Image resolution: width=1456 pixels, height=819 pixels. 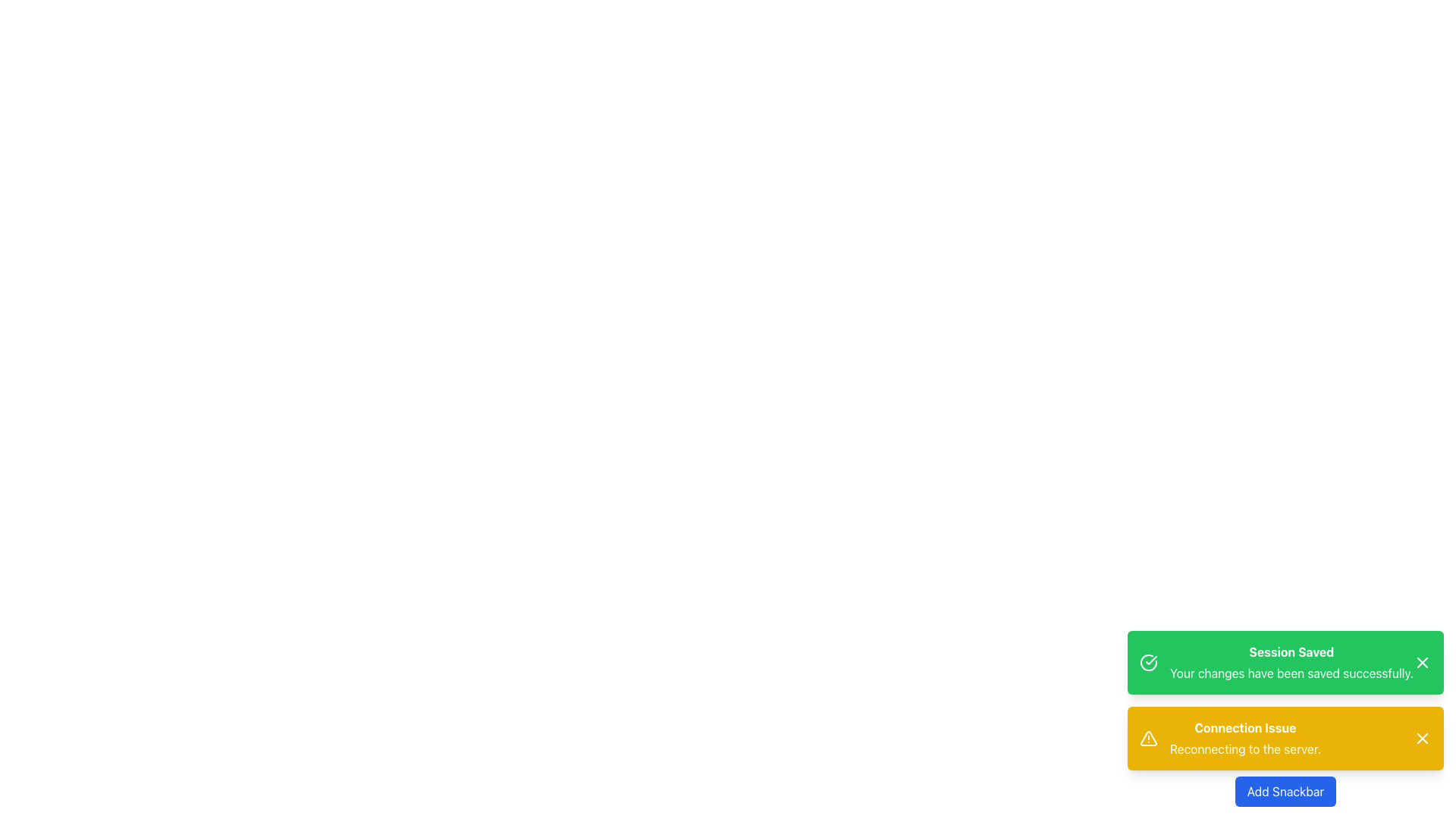 I want to click on the confirmation message indicating that changes have been successfully saved, which is centrally positioned beneath the title 'Session Saved' in a green notification box, so click(x=1291, y=672).